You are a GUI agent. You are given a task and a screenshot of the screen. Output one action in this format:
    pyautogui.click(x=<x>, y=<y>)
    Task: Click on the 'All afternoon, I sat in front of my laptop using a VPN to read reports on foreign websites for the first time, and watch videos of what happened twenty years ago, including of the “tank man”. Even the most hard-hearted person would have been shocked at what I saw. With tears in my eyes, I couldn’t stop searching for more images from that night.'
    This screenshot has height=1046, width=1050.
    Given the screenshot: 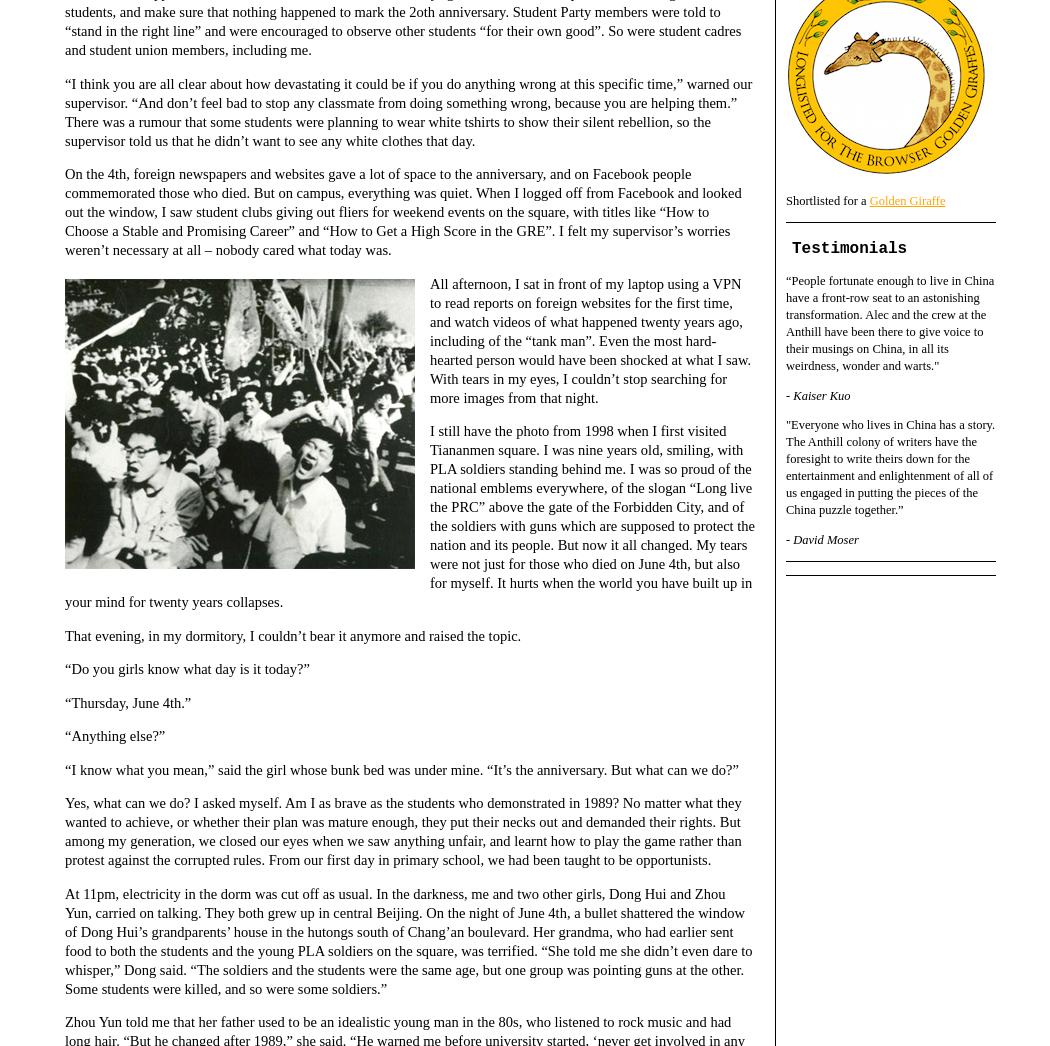 What is the action you would take?
    pyautogui.click(x=589, y=338)
    